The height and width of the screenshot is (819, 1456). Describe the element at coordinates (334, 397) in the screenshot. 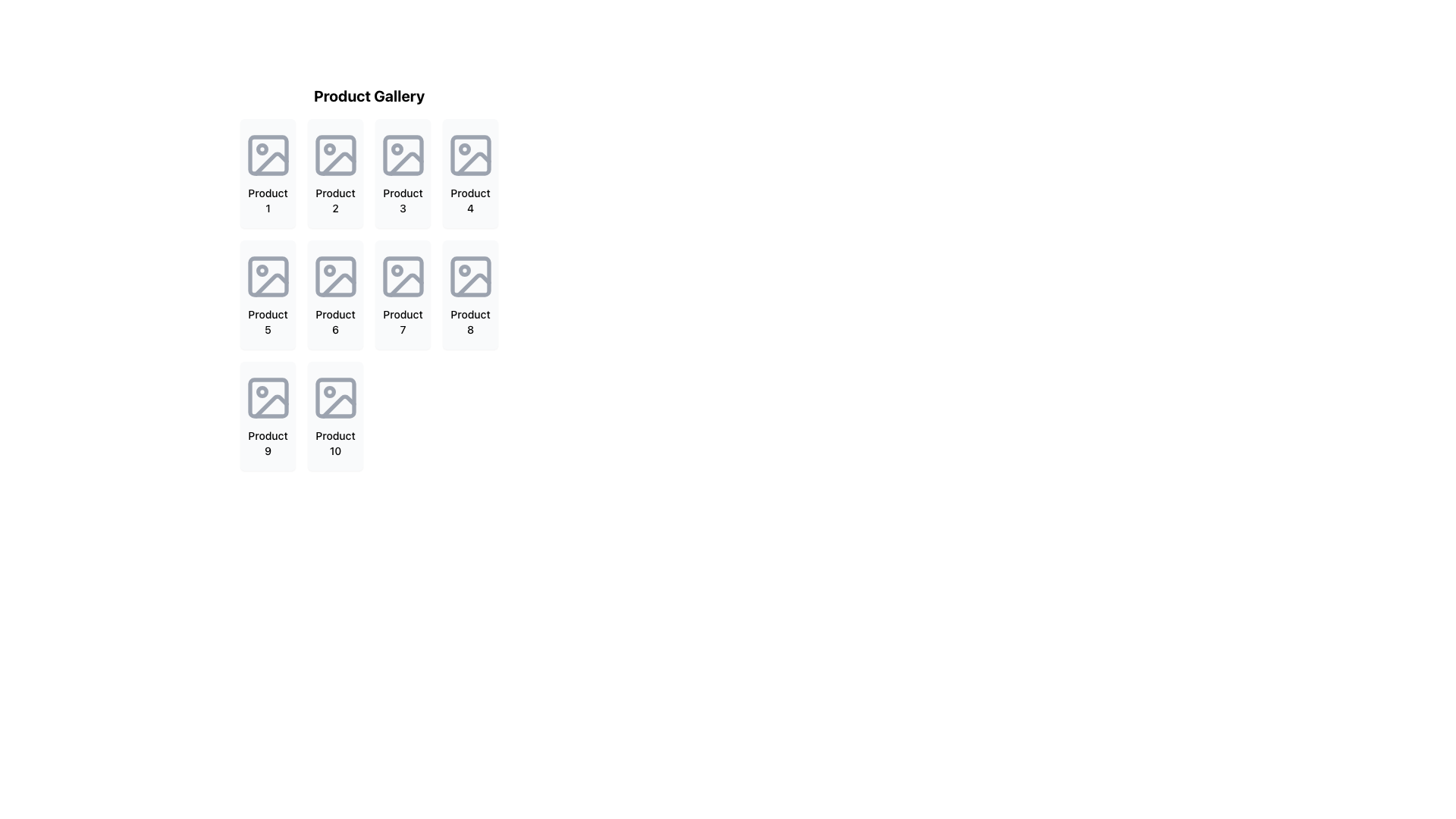

I see `the rectangular graphic component that serves as the background for the 'Product 10' icon, located in the bottom row, second column` at that location.